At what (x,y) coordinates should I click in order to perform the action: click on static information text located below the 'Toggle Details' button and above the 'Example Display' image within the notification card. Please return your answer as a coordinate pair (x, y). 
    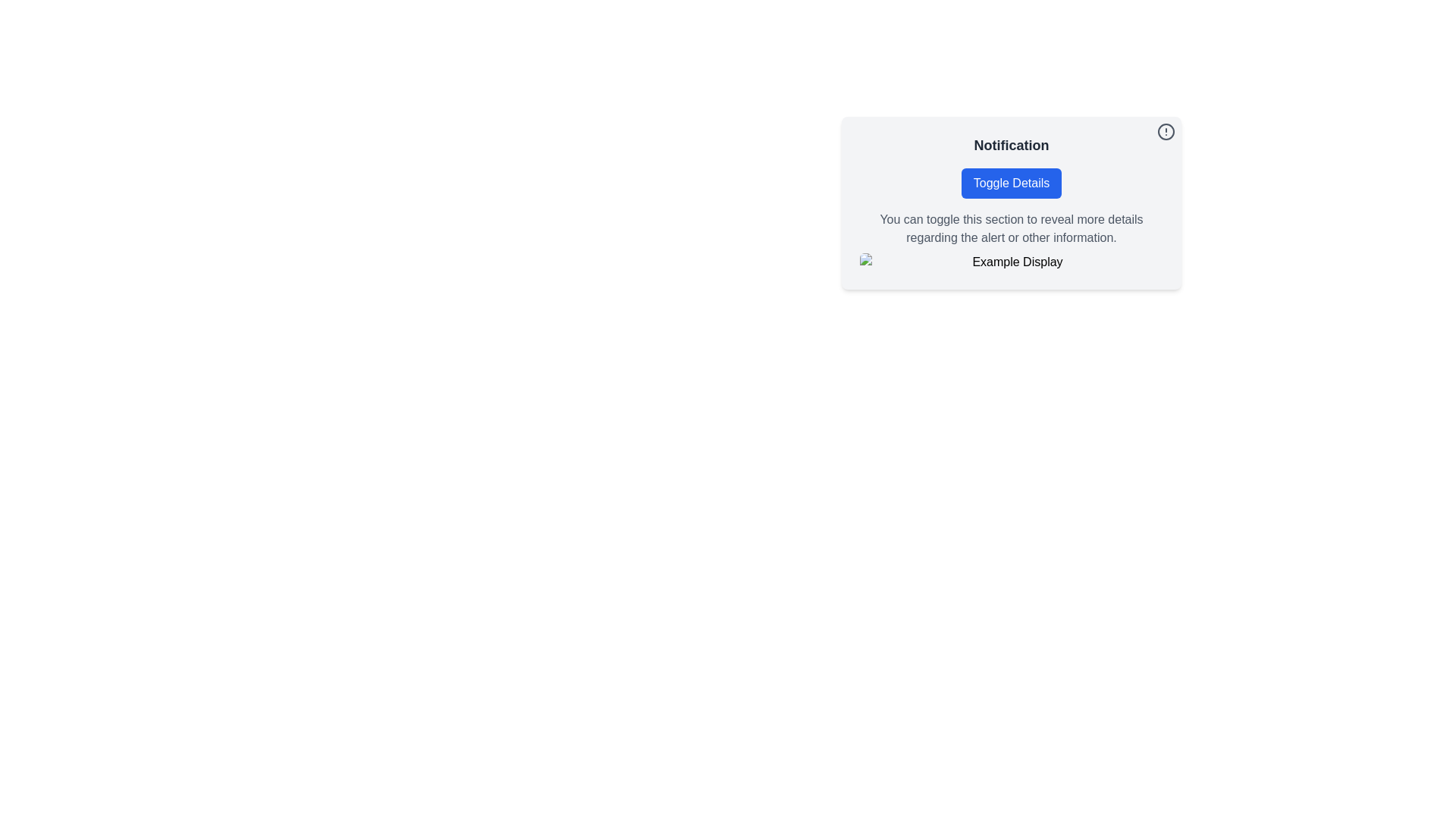
    Looking at the image, I should click on (1012, 228).